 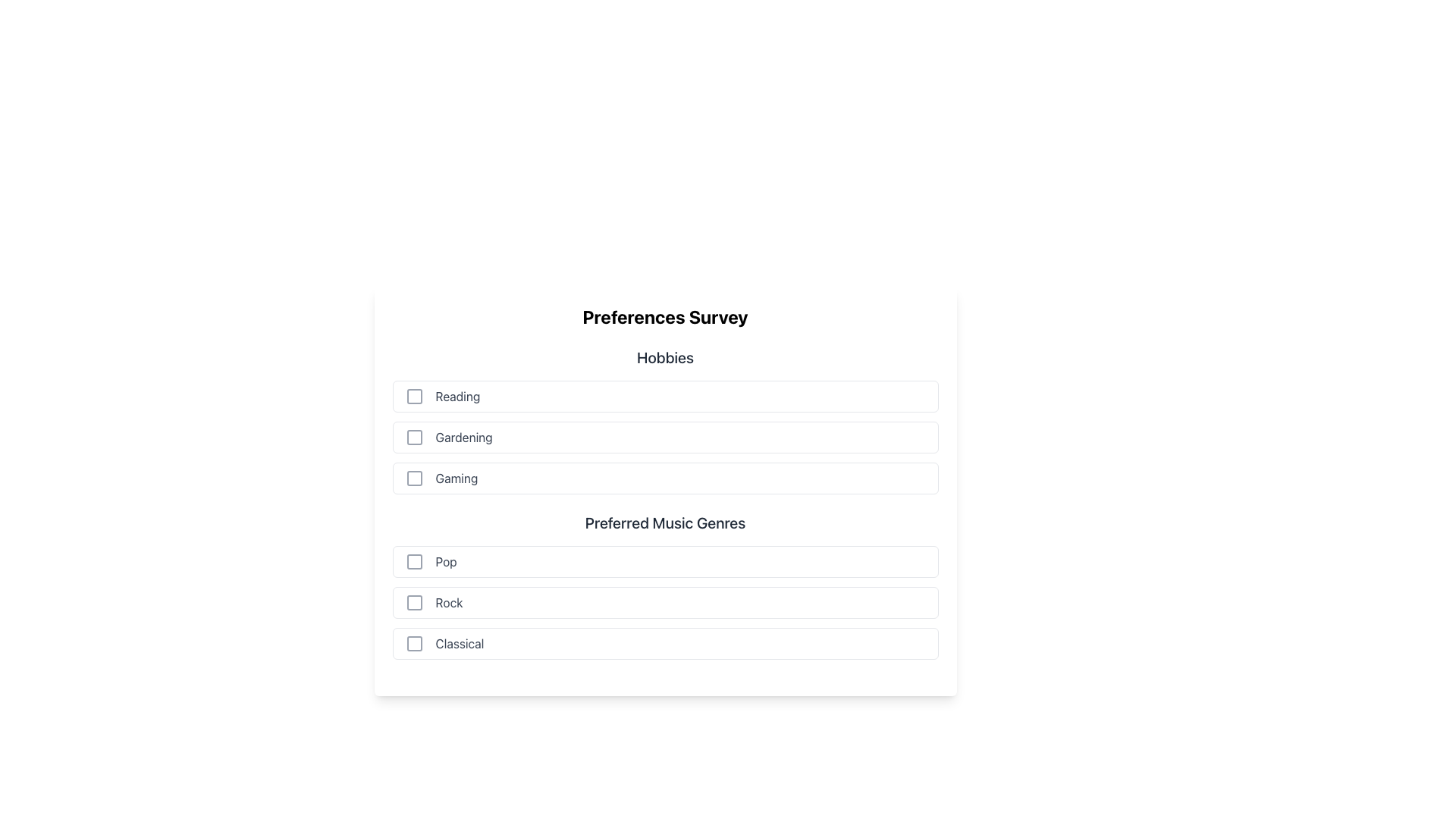 I want to click on the checkbox of the first list item labeled 'Reading' under the 'Hobbies' section in the 'Preferences Survey' form, so click(x=665, y=396).